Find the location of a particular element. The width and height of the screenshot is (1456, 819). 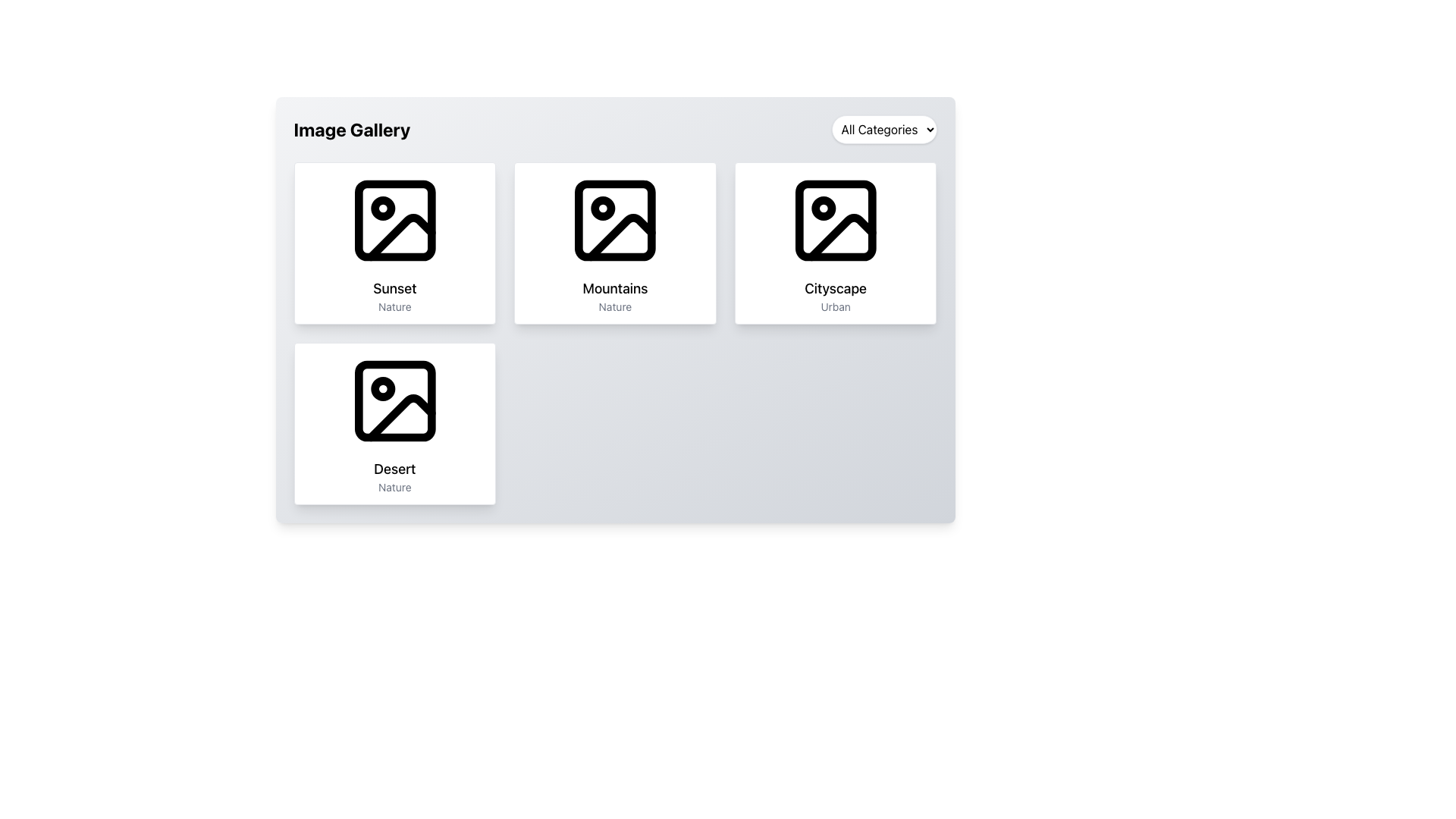

the 'Cityscape' text label, which is a large, bold heading located in the second row, third column of the grid-layout image gallery, above the 'Urban' descriptor is located at coordinates (835, 289).